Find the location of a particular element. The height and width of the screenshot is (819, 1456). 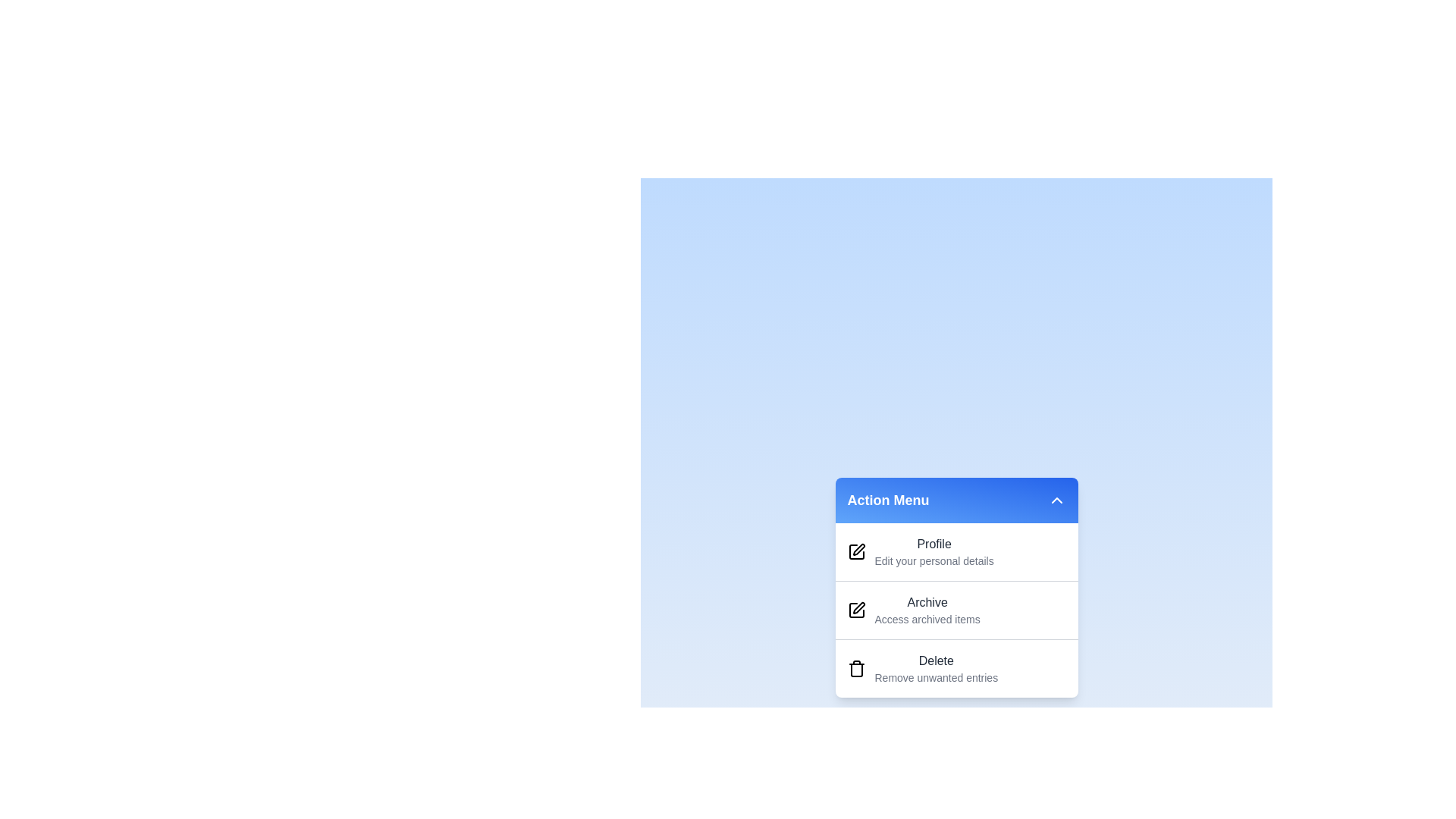

the icon of the menu item labeled 'Archive' is located at coordinates (856, 610).